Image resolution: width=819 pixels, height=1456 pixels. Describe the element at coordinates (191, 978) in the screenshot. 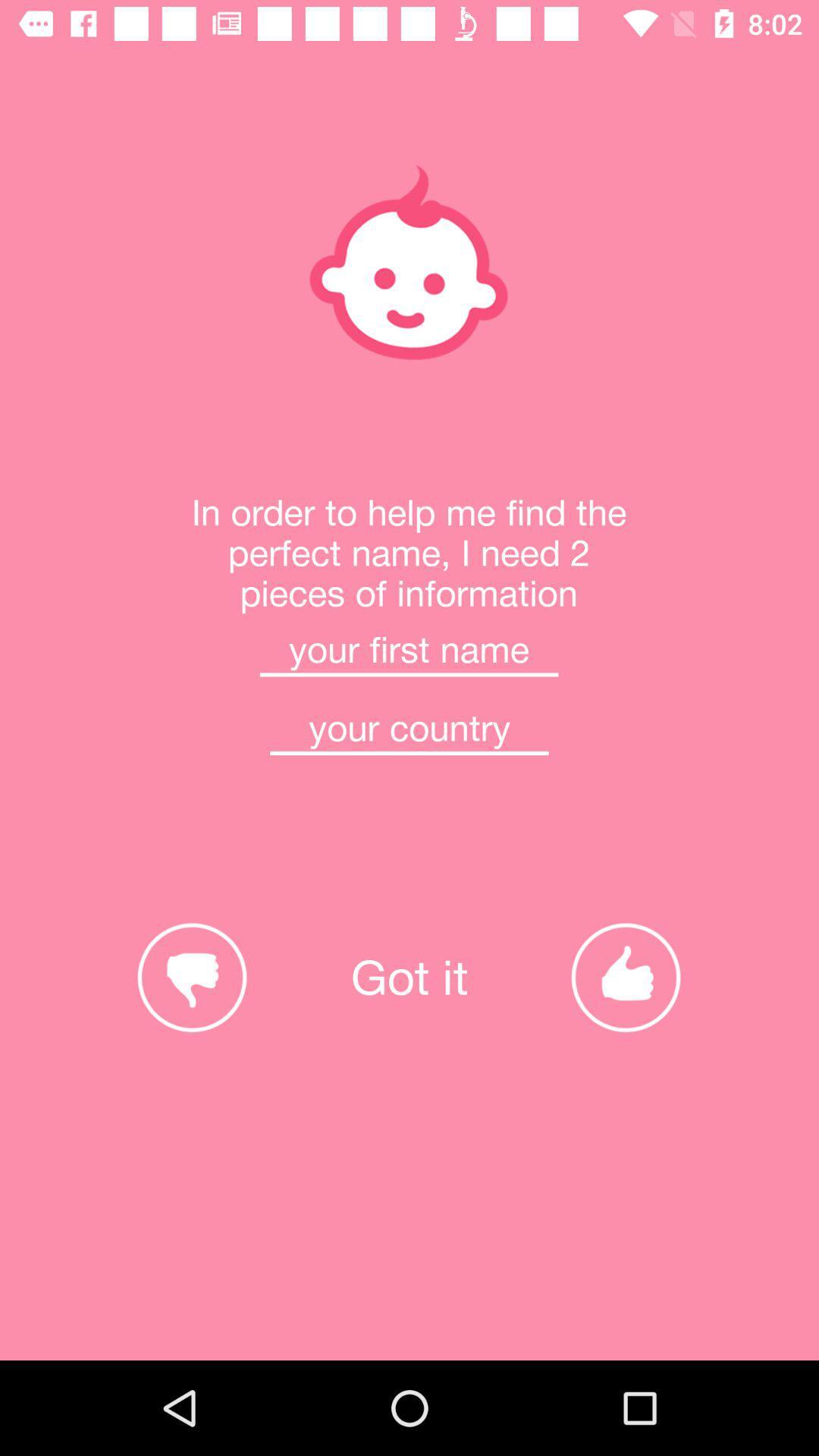

I see `the thumbs_down icon` at that location.